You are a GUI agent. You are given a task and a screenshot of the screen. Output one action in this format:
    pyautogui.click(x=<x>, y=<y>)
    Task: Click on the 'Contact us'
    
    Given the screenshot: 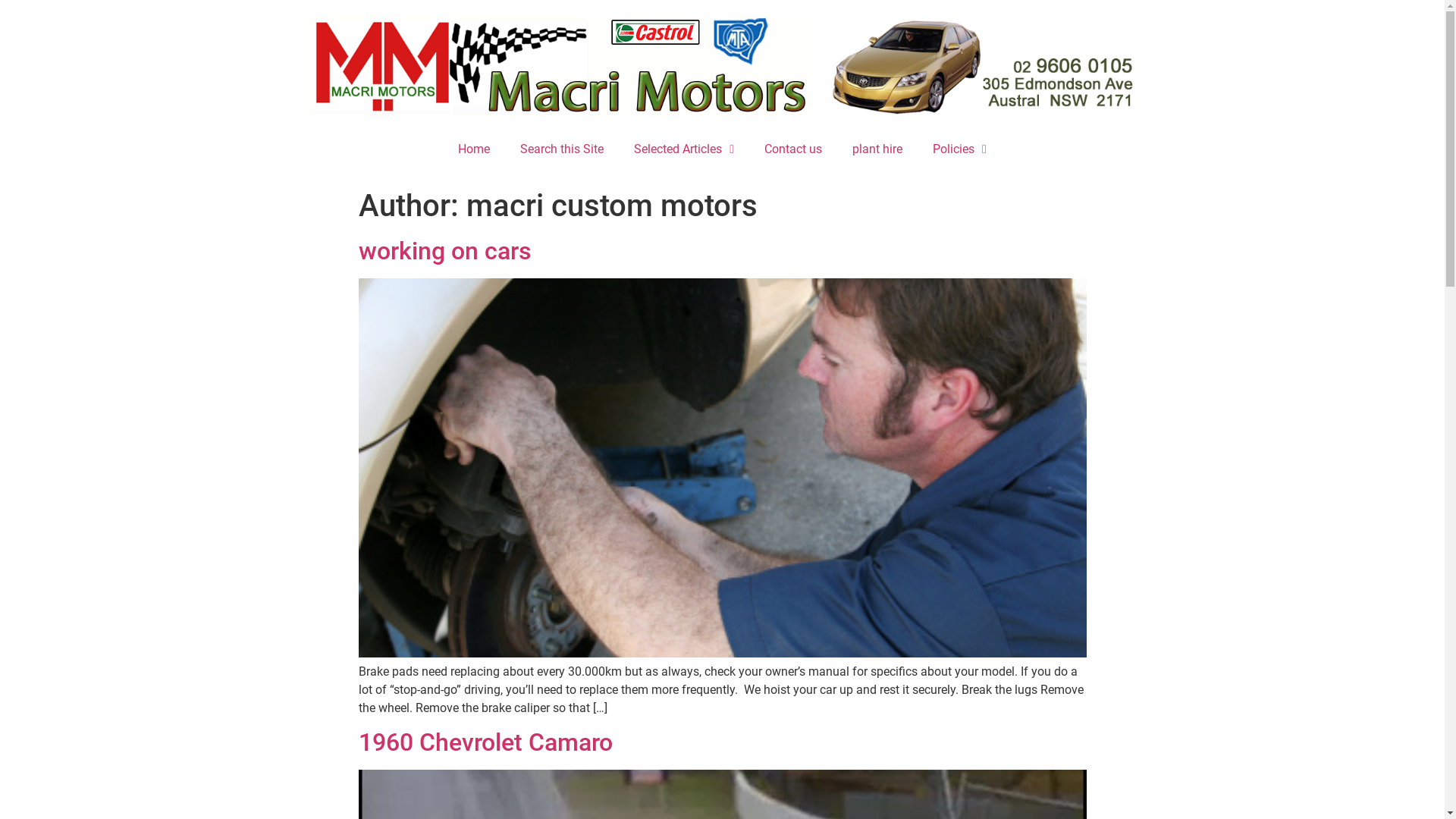 What is the action you would take?
    pyautogui.click(x=792, y=149)
    